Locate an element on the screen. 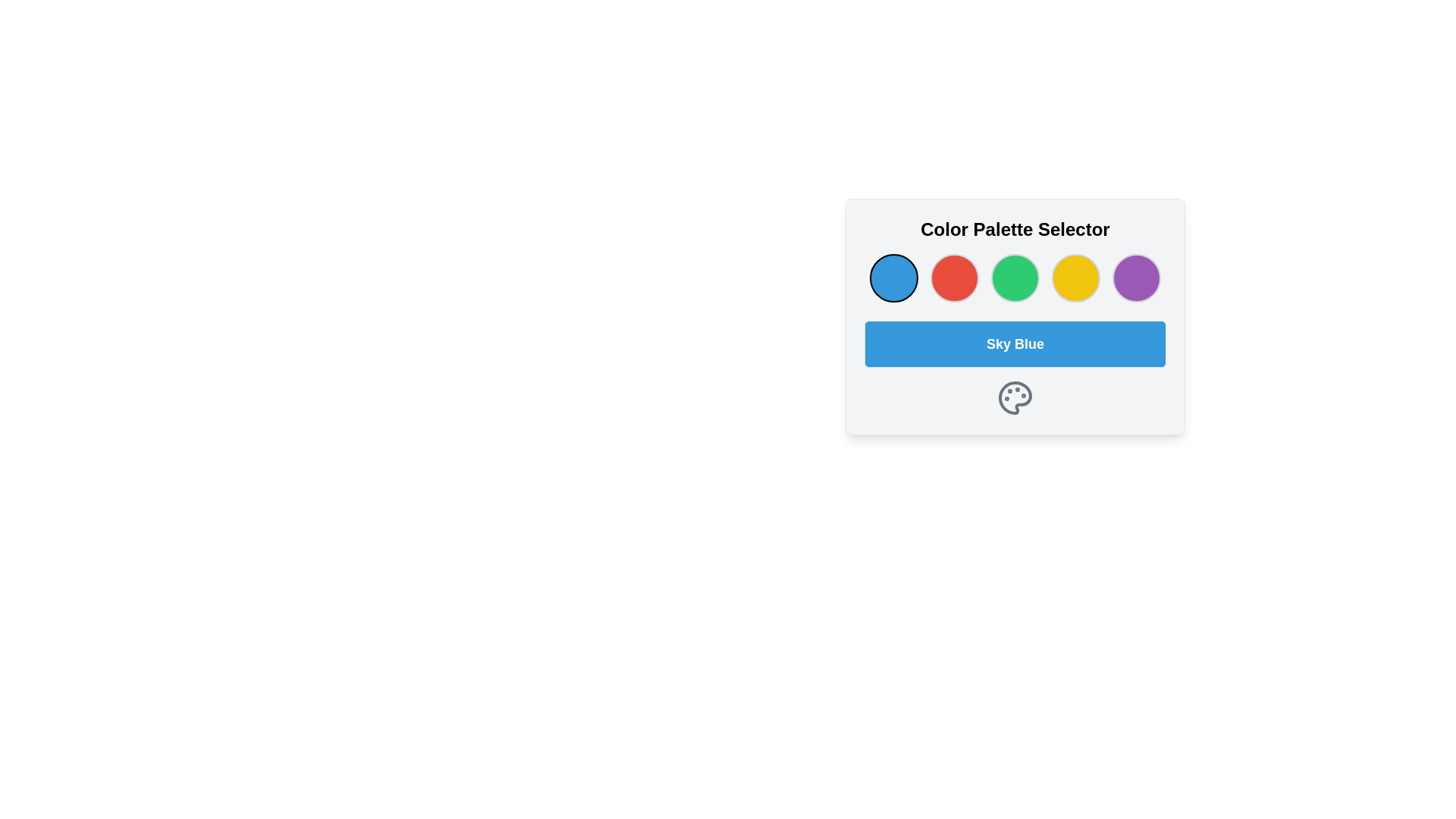 This screenshot has height=819, width=1456. the fifth circular button in the 'Color Palette Selector' component is located at coordinates (1136, 278).